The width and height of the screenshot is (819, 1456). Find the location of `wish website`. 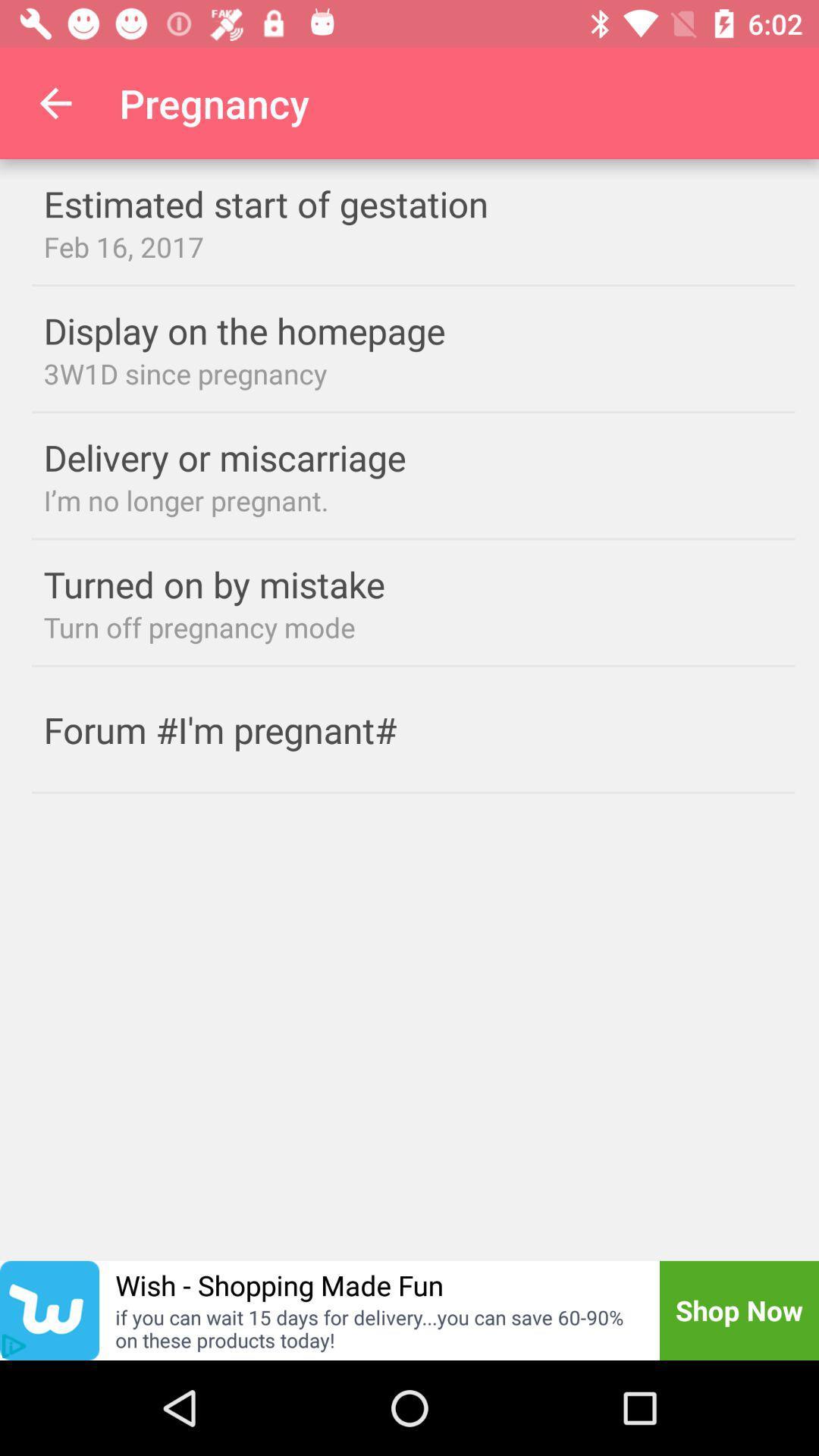

wish website is located at coordinates (49, 1310).